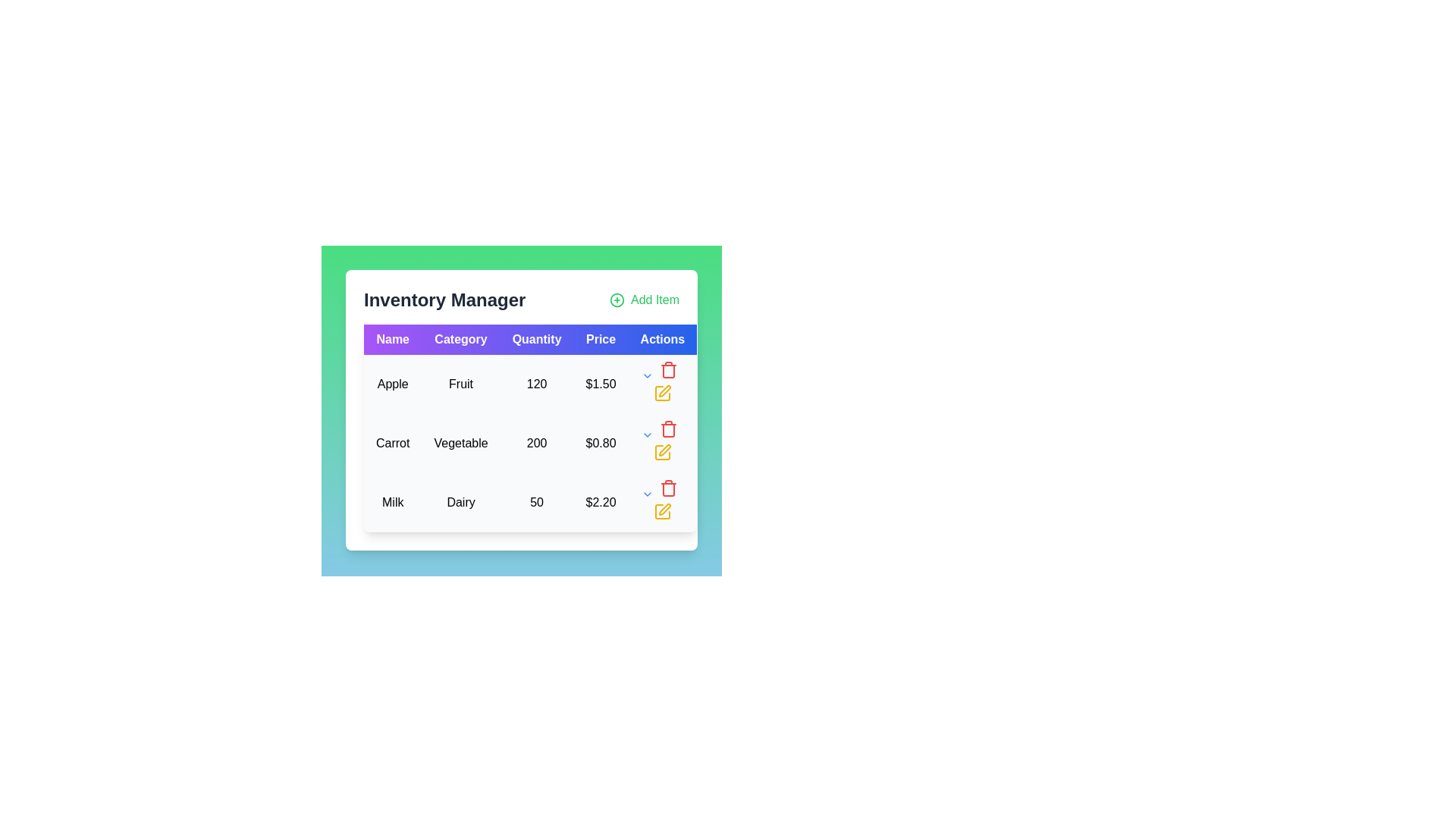 This screenshot has width=1456, height=819. I want to click on the 'Add Item' label element, so click(655, 300).